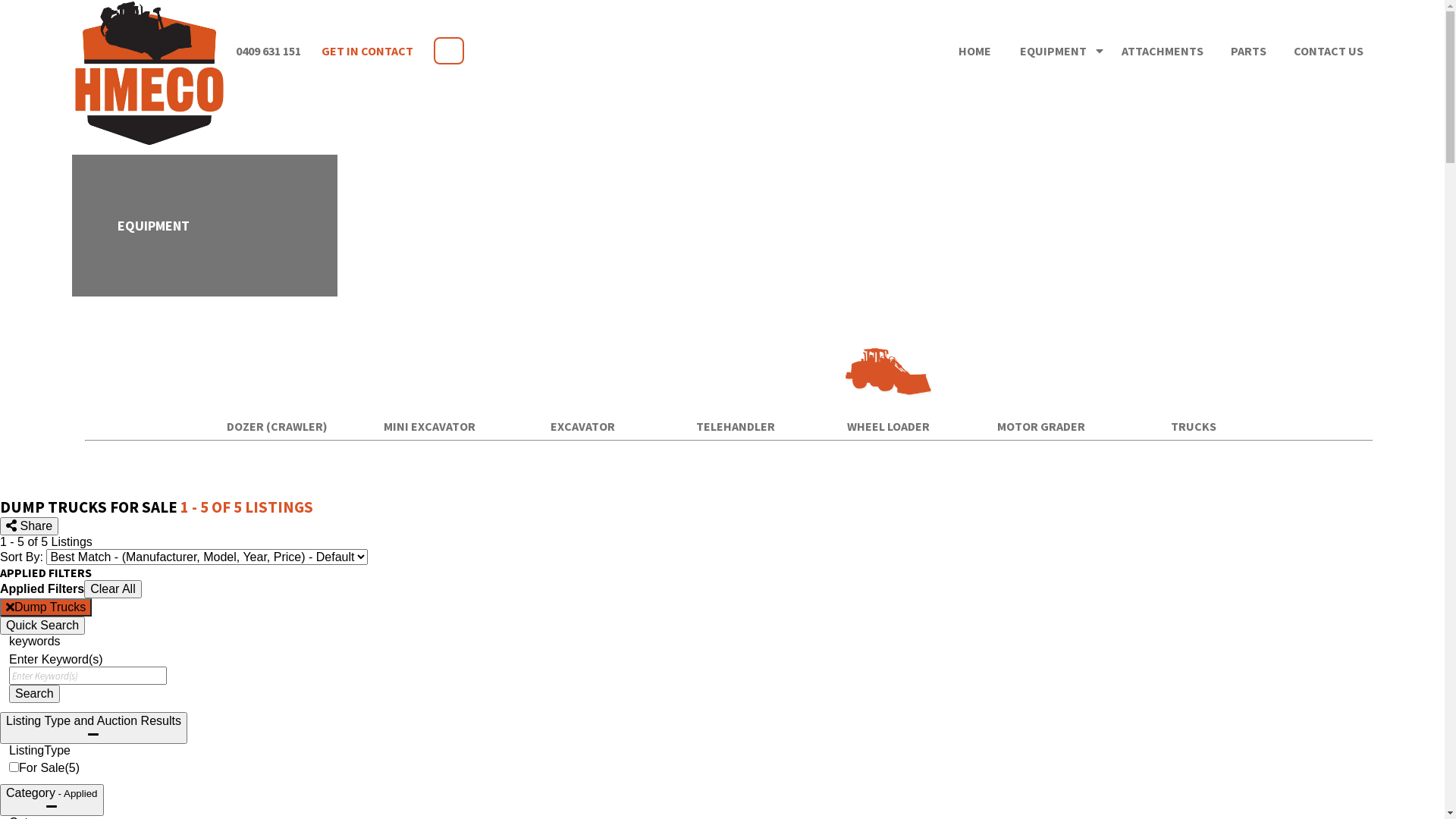 The width and height of the screenshot is (1456, 819). Describe the element at coordinates (0, 626) in the screenshot. I see `'Quick Search'` at that location.